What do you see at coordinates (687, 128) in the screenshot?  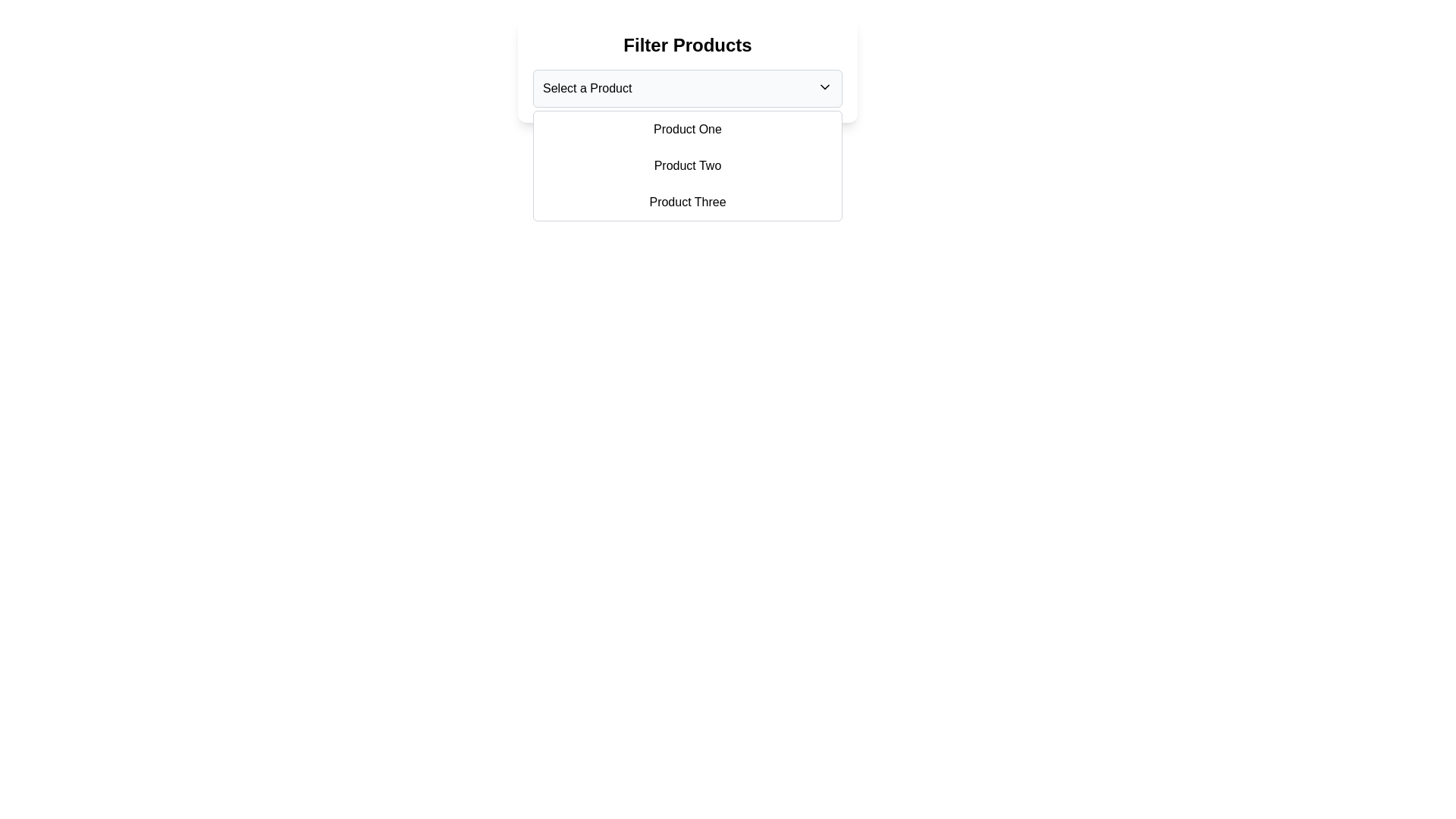 I see `the first selectable option in the dropdown menu labeled 'Select a Product'` at bounding box center [687, 128].